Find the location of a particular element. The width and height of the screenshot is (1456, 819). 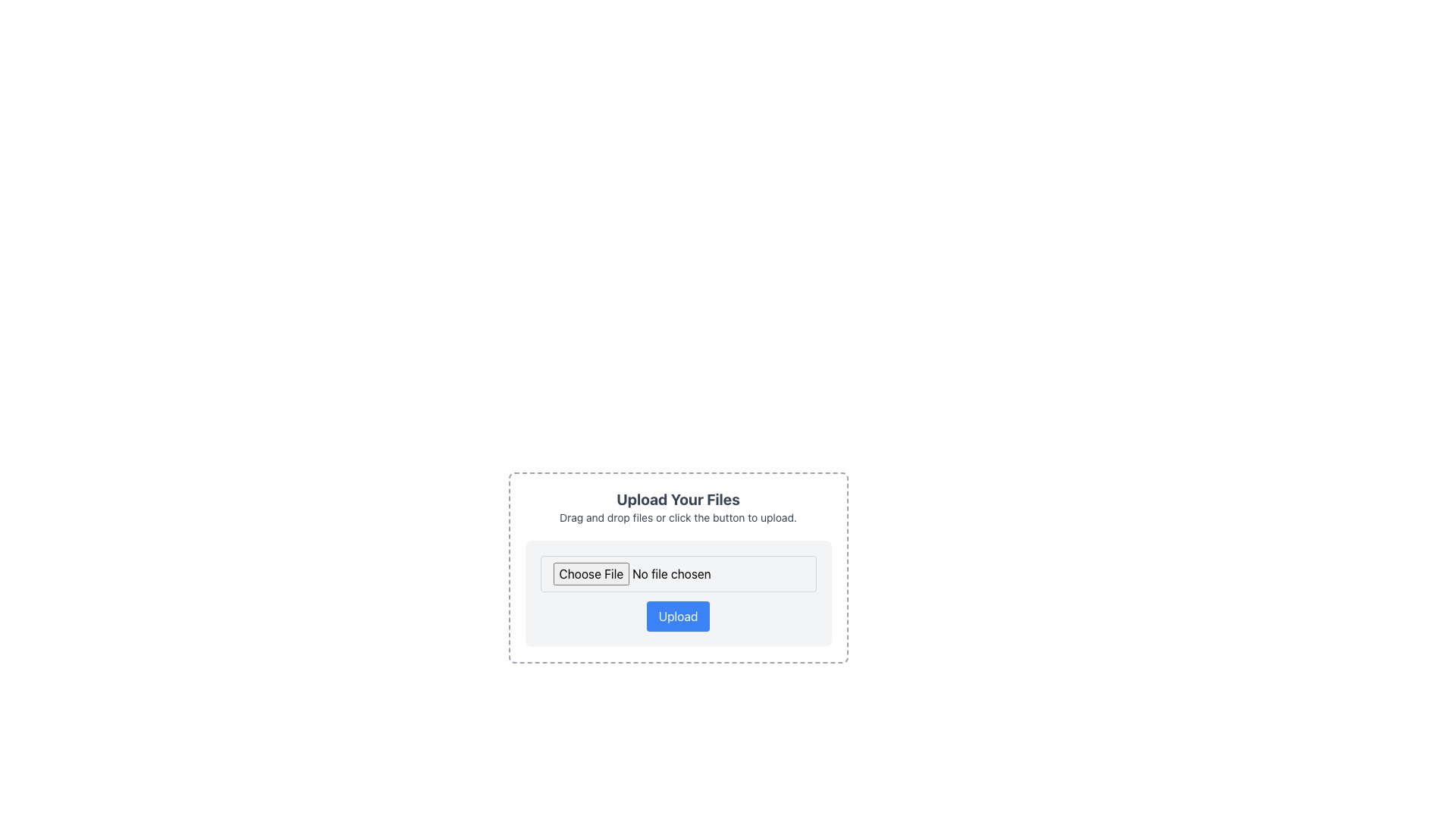

the file upload widget, which has a dashed border and includes the header 'Upload Your Files' and a button labeled 'Upload' is located at coordinates (677, 567).